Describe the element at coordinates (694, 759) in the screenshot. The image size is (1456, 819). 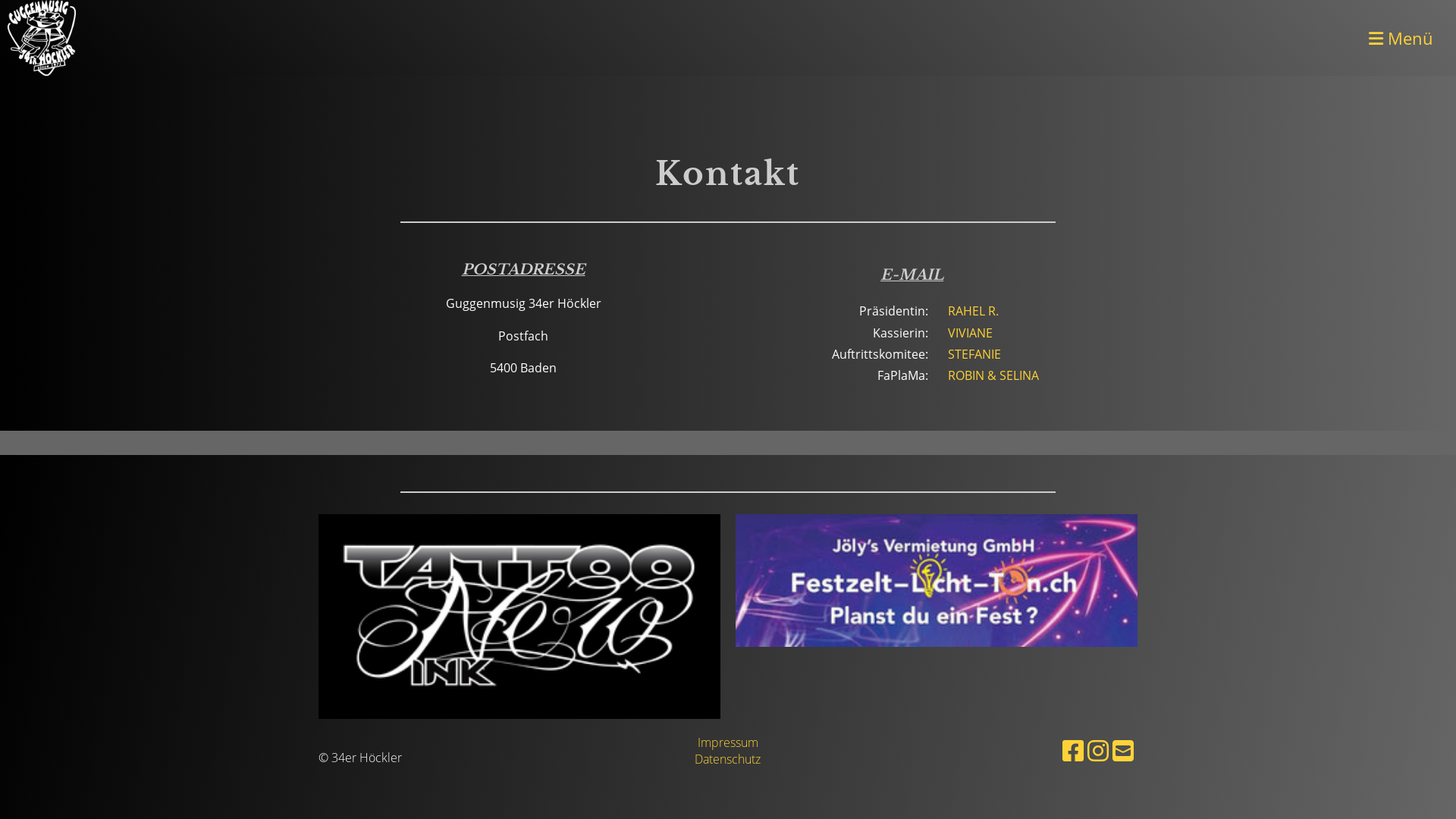
I see `'Datenschutz'` at that location.